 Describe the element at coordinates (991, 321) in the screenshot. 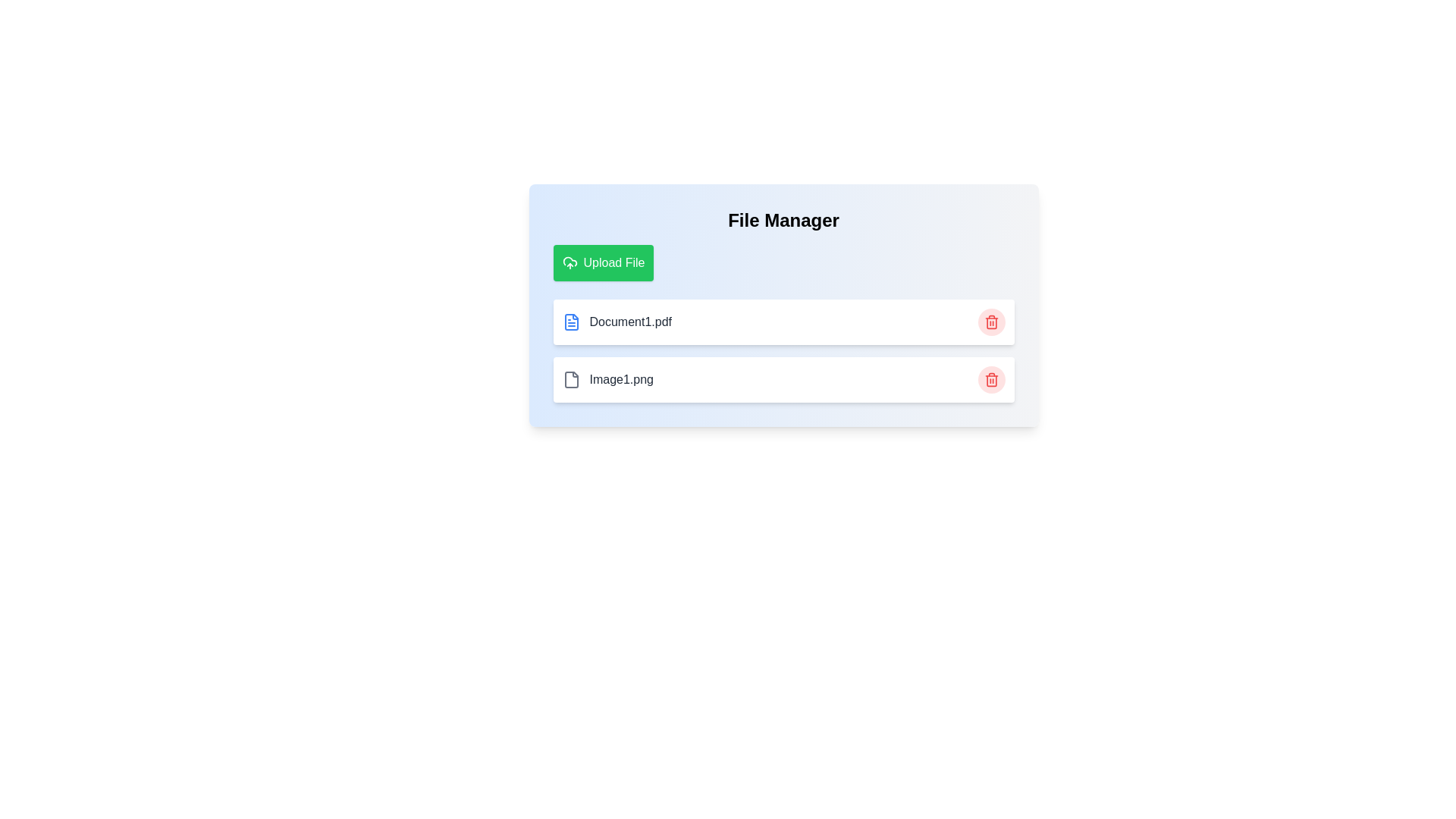

I see `the red trash bin icon button located to the right of the file label in the second row` at that location.